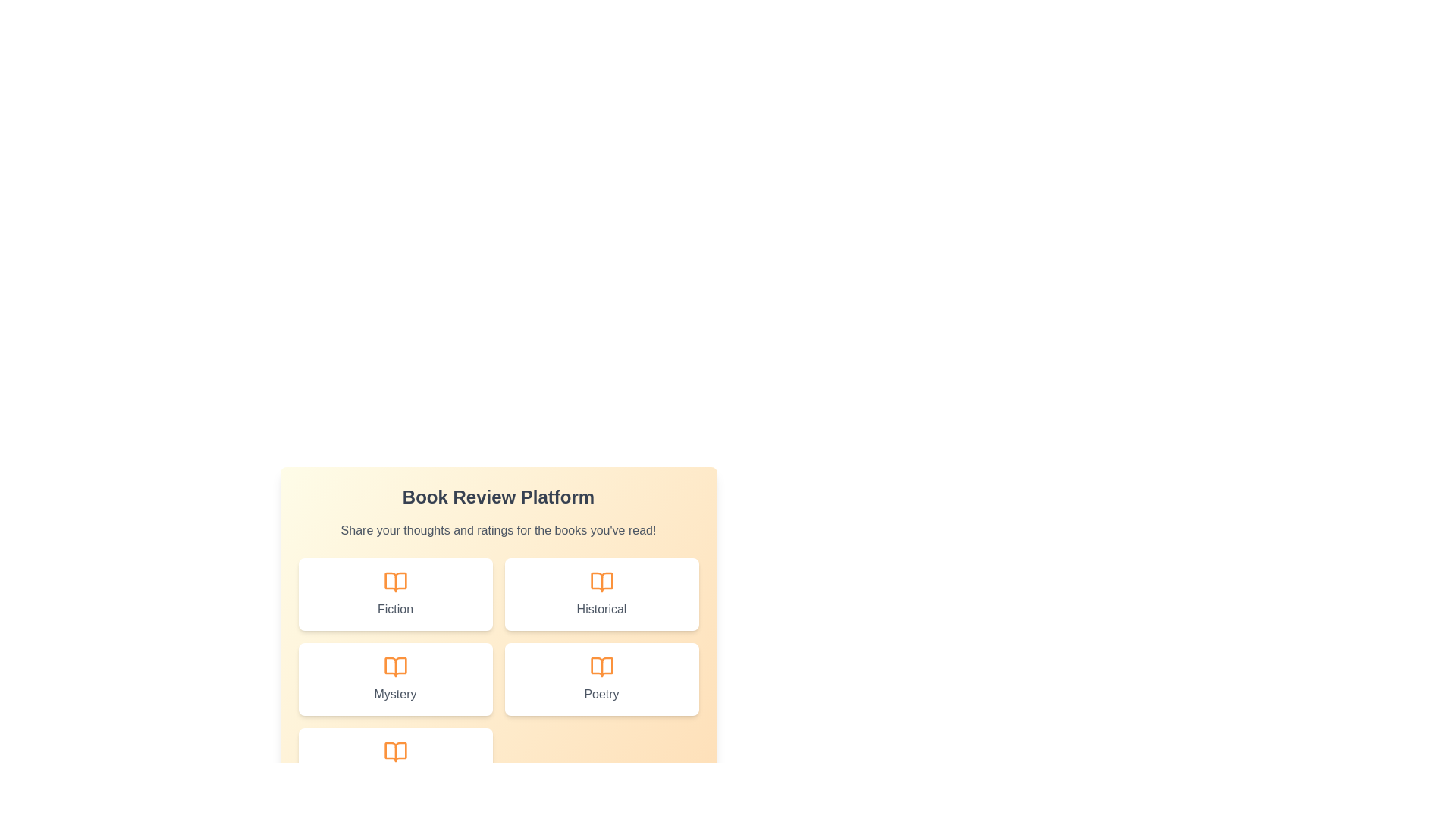 Image resolution: width=1456 pixels, height=819 pixels. Describe the element at coordinates (601, 678) in the screenshot. I see `the bottom-right category button for 'Poetry'` at that location.